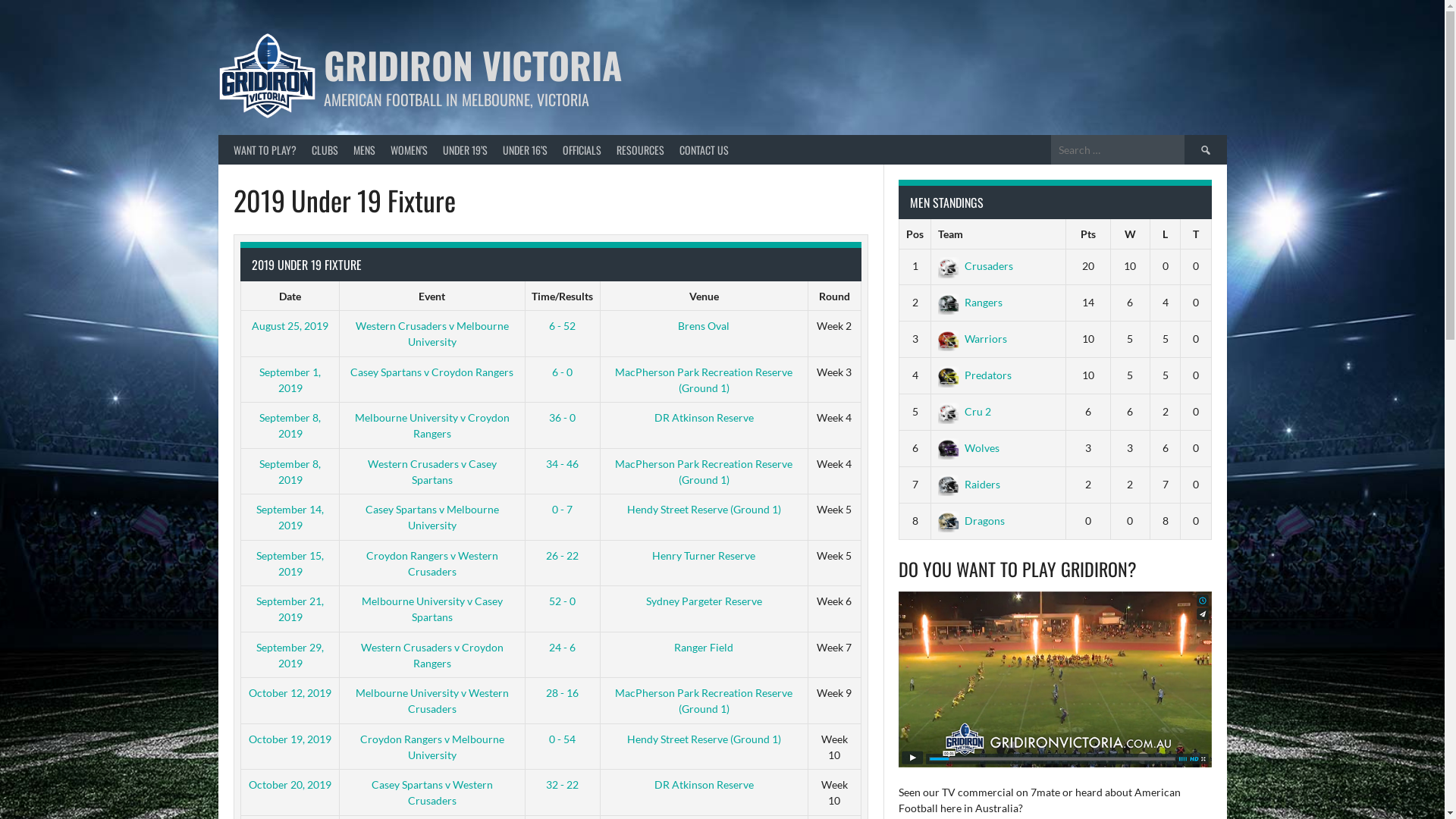 This screenshot has width=1456, height=819. I want to click on 'Casey Spartans v Melbourne University', so click(431, 516).